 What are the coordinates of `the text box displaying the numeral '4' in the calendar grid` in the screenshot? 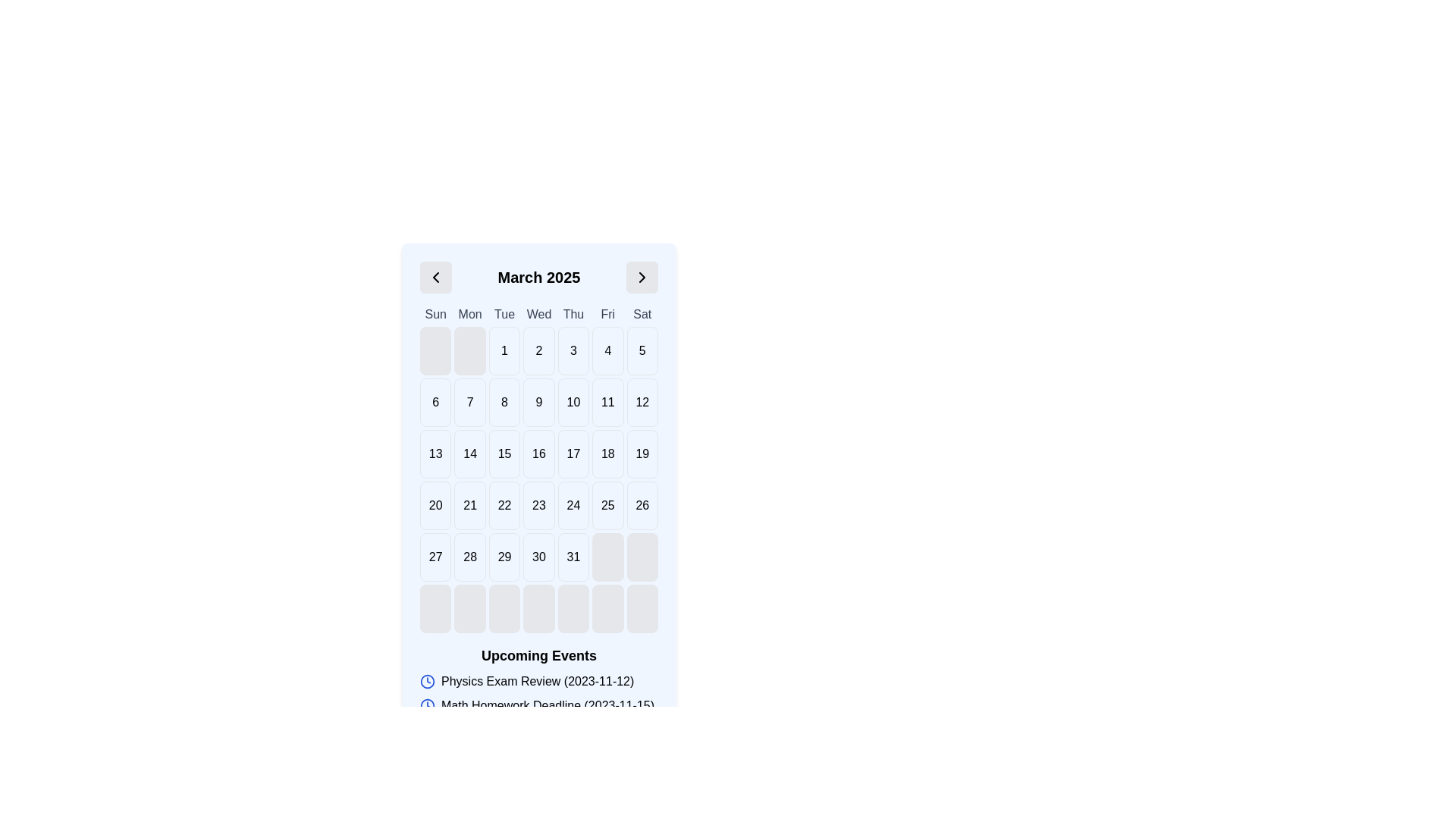 It's located at (607, 350).